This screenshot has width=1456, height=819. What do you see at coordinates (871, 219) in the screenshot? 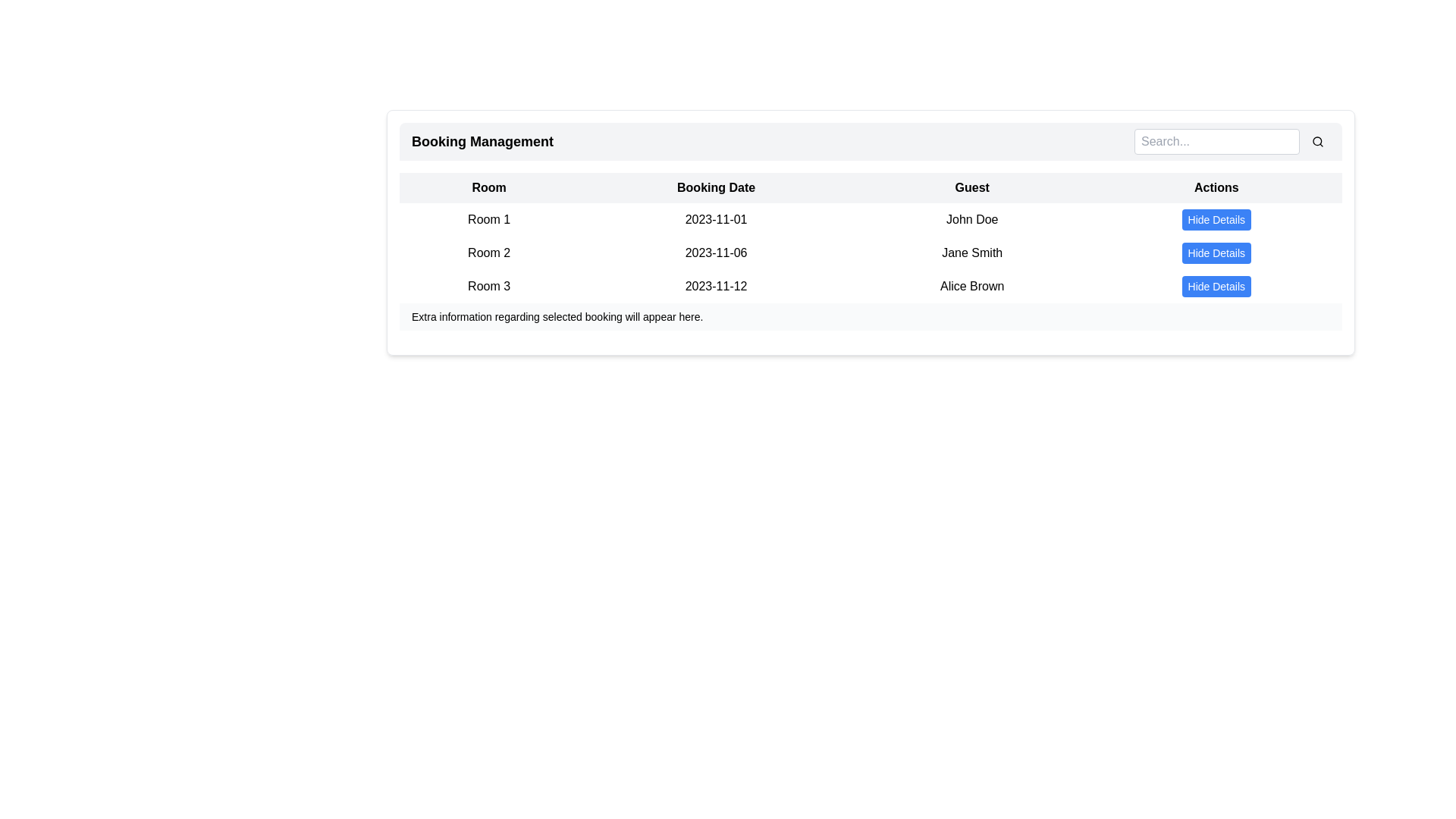
I see `the first row in the booking table that displays information about 'Room 1', '2023-11-01', 'John Doe', featuring a 'Hide Details' button` at bounding box center [871, 219].